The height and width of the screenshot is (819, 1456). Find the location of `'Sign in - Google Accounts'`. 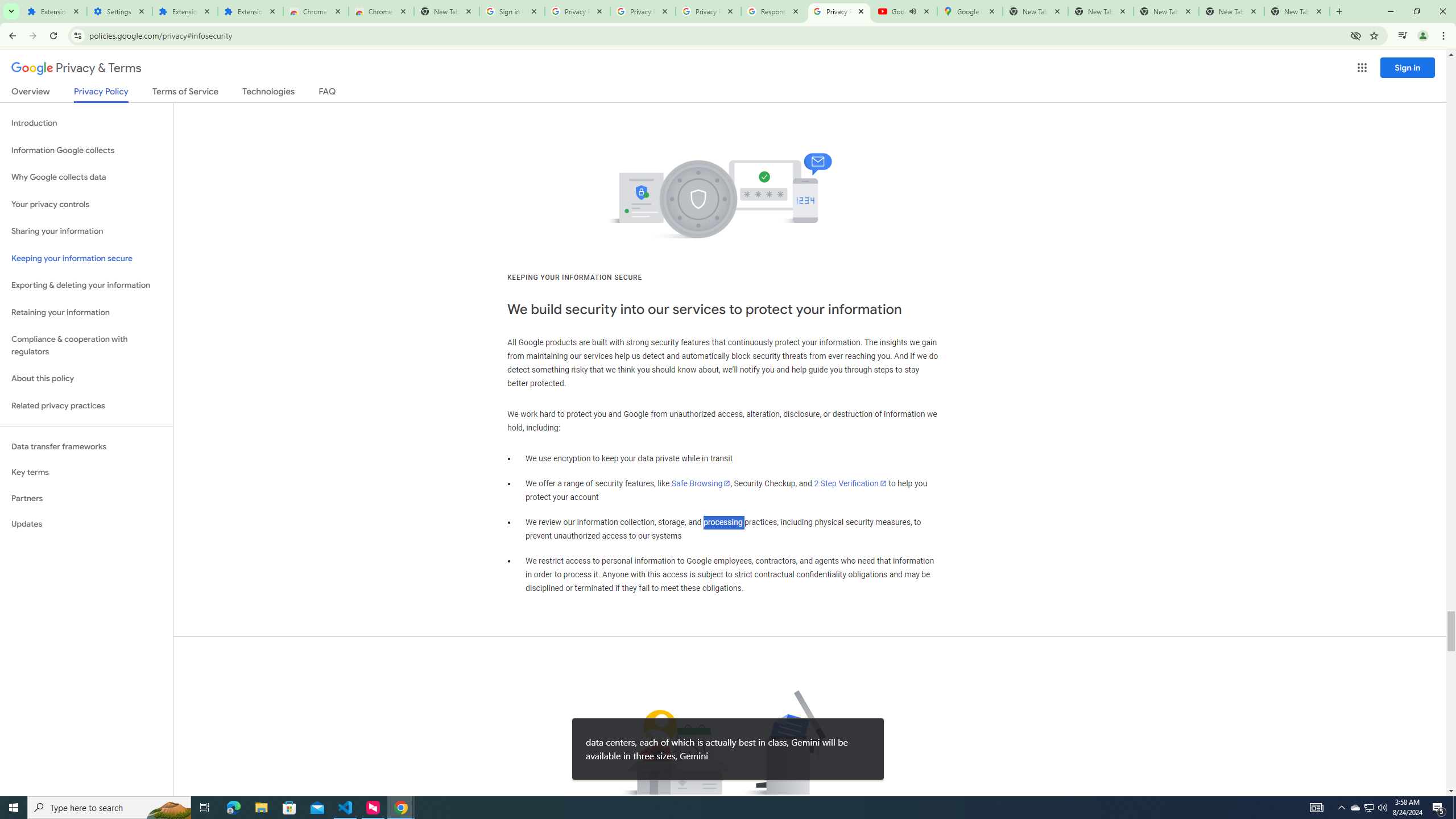

'Sign in - Google Accounts' is located at coordinates (512, 11).